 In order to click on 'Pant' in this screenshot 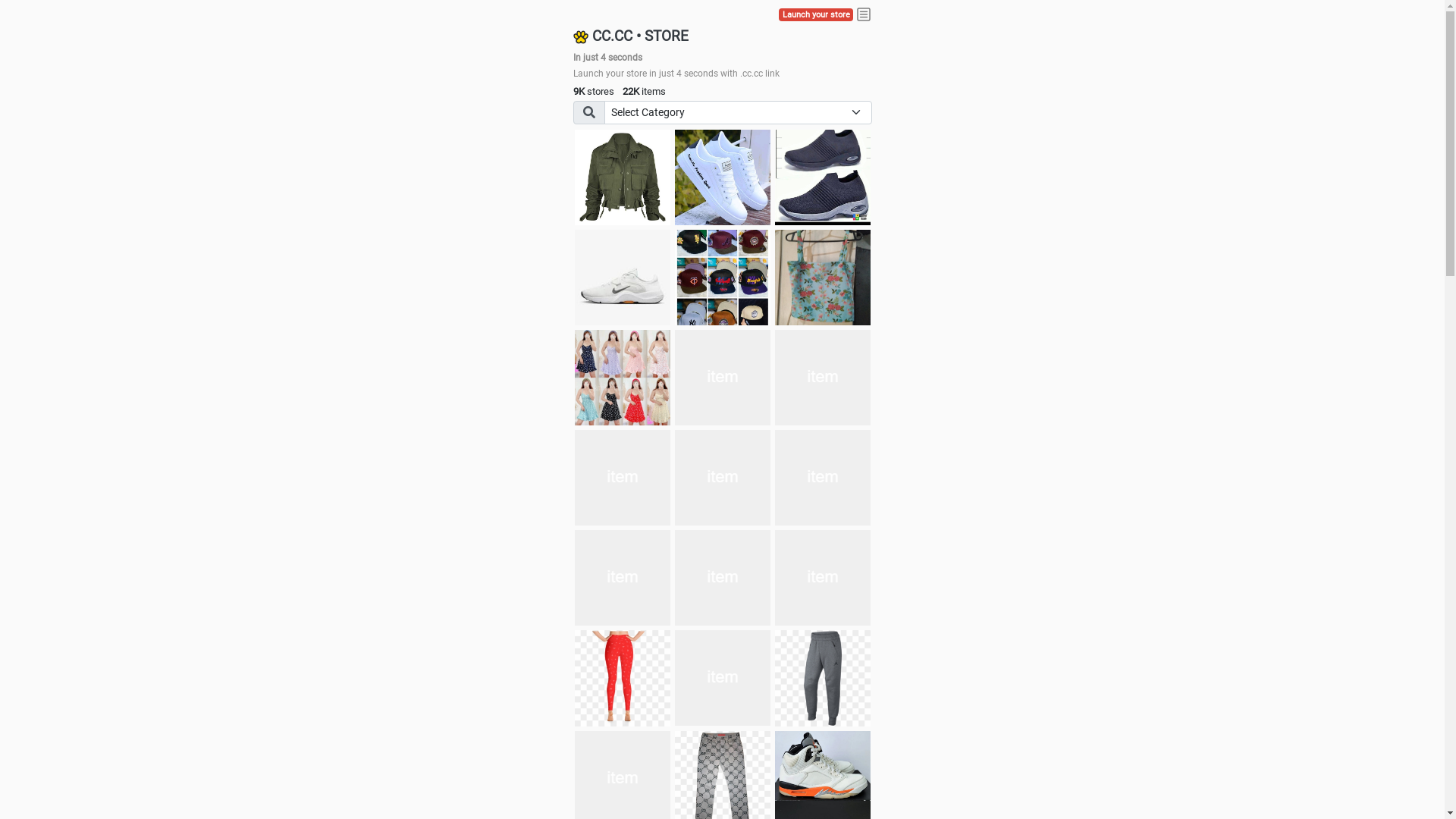, I will do `click(574, 677)`.